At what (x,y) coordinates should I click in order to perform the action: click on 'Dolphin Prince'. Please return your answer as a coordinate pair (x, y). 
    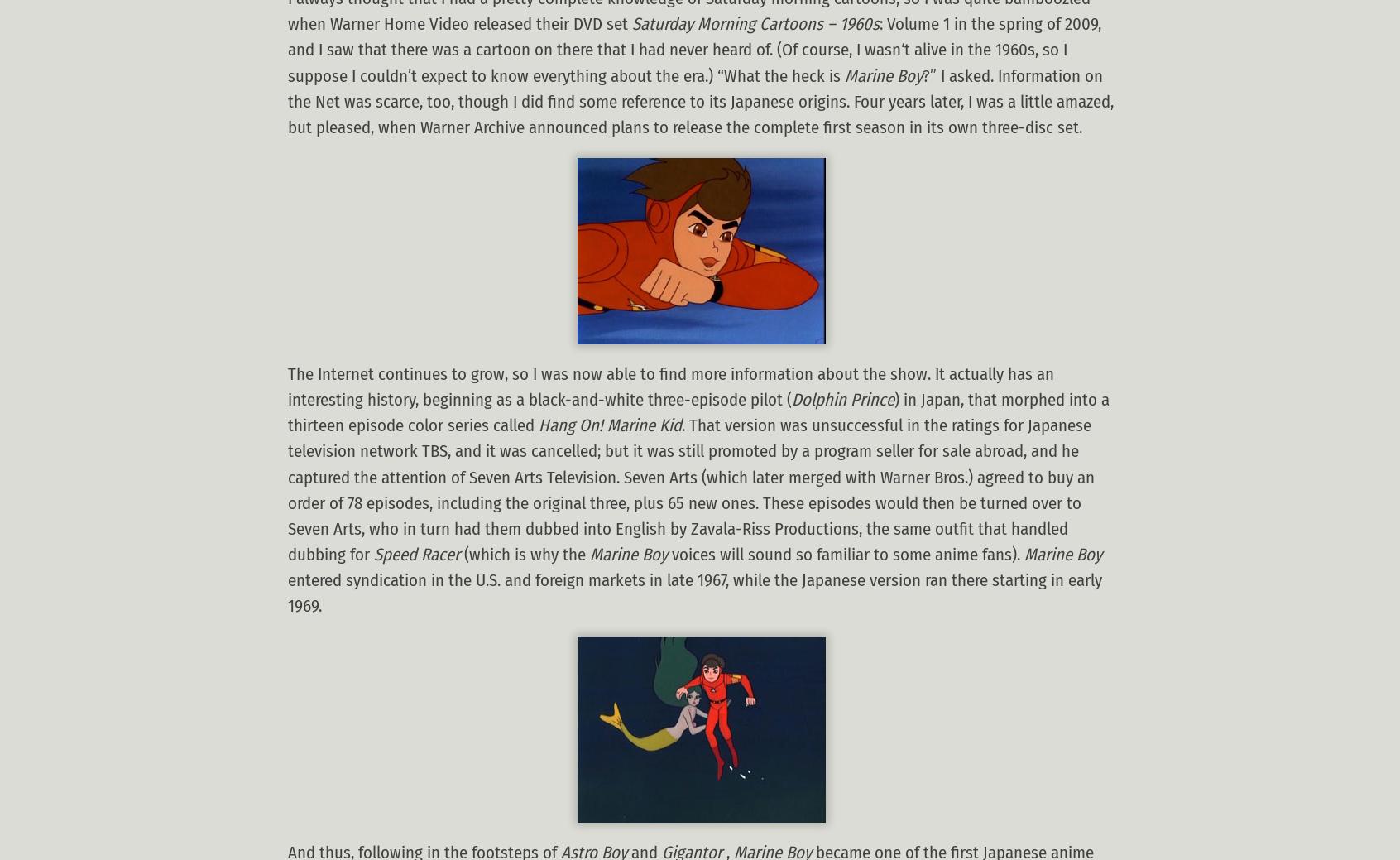
    Looking at the image, I should click on (791, 398).